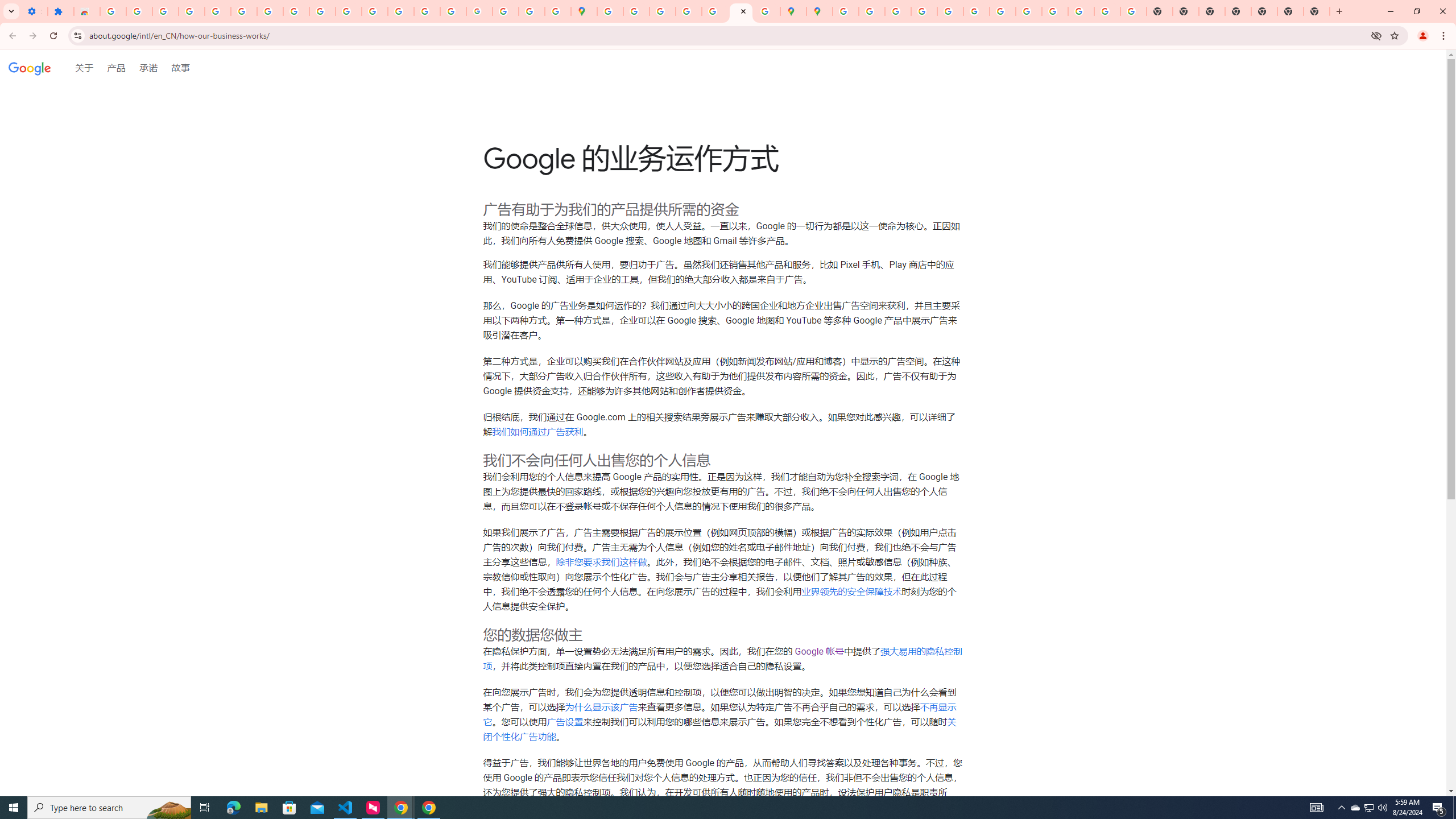 This screenshot has height=819, width=1456. I want to click on 'Sign in - Google Accounts', so click(243, 11).